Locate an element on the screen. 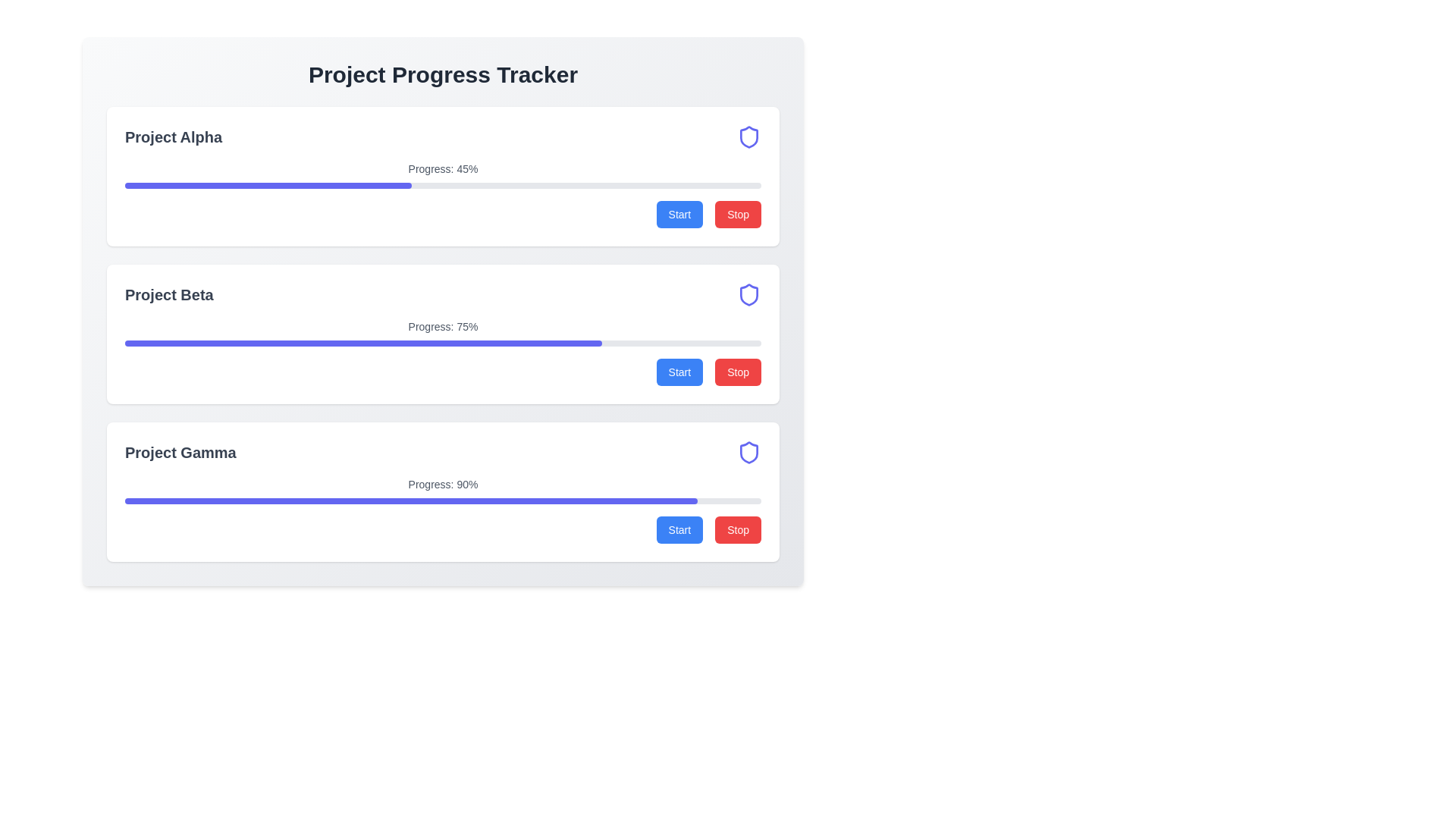 Image resolution: width=1456 pixels, height=819 pixels. the button located in the second project section to the left of the 'Stop' button to initiate the process is located at coordinates (679, 372).